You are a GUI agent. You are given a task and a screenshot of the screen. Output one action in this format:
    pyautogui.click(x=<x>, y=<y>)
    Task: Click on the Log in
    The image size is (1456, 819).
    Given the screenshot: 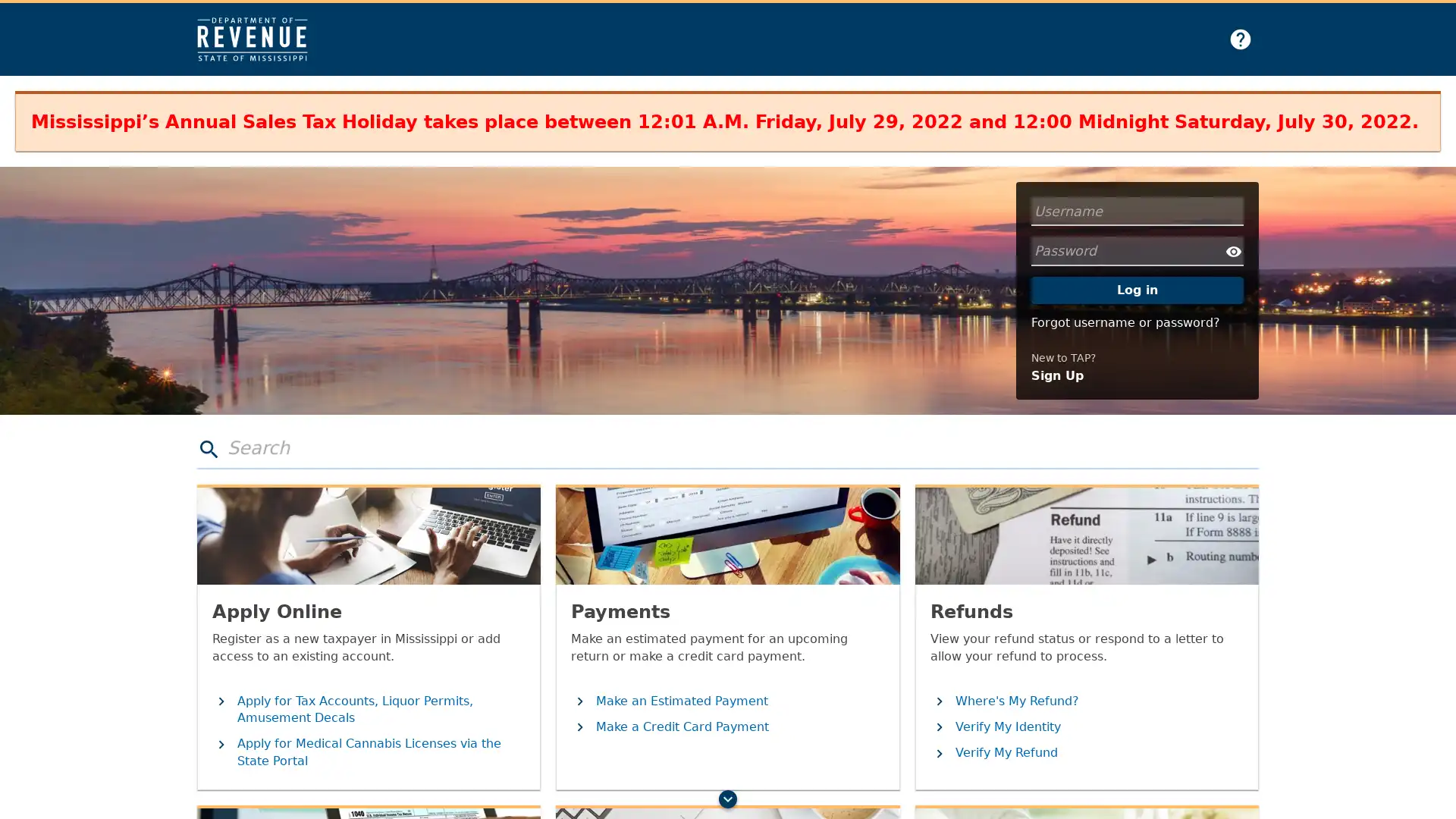 What is the action you would take?
    pyautogui.click(x=1137, y=290)
    